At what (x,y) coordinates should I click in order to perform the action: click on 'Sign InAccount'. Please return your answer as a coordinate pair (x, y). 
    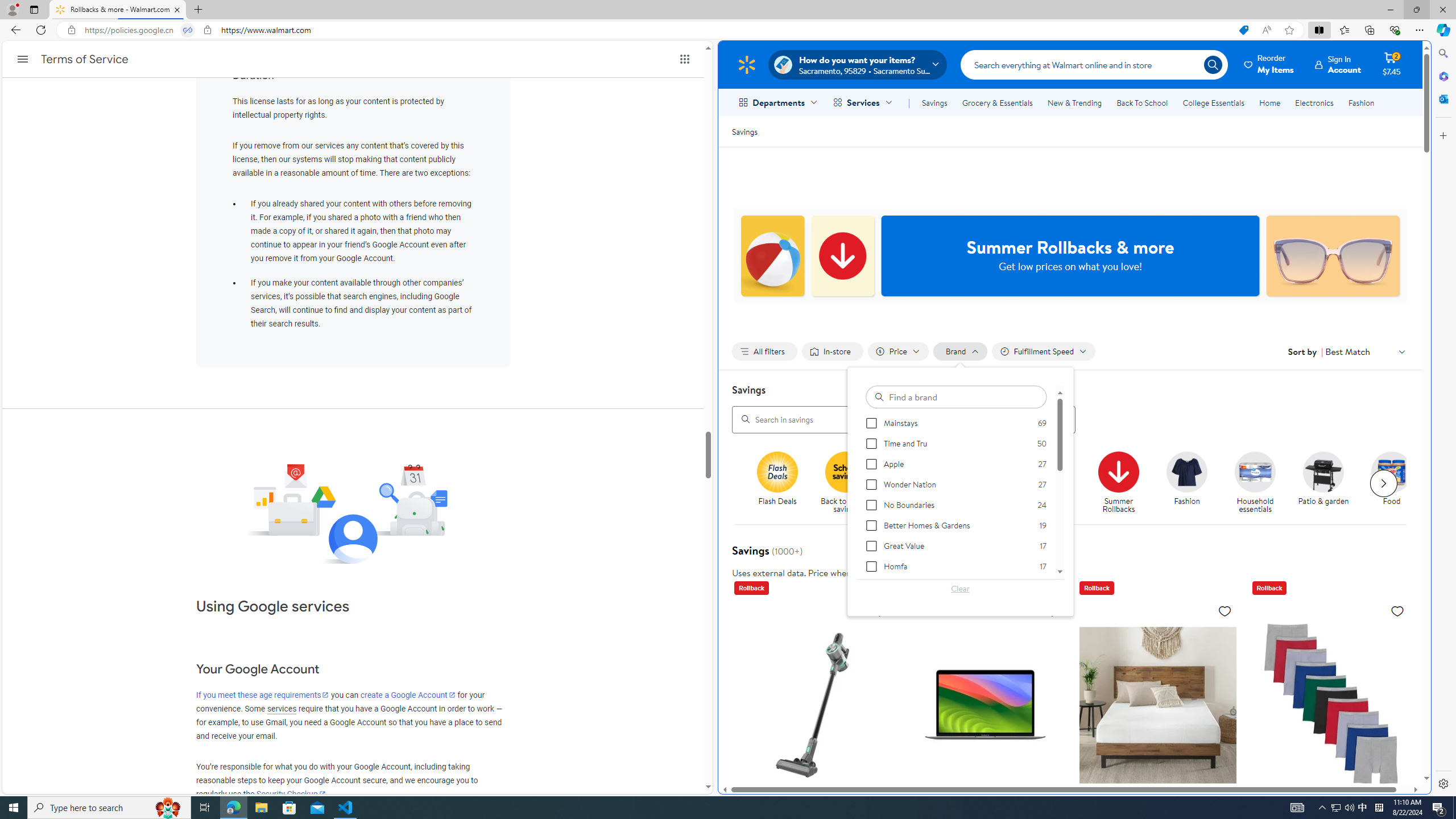
    Looking at the image, I should click on (1338, 64).